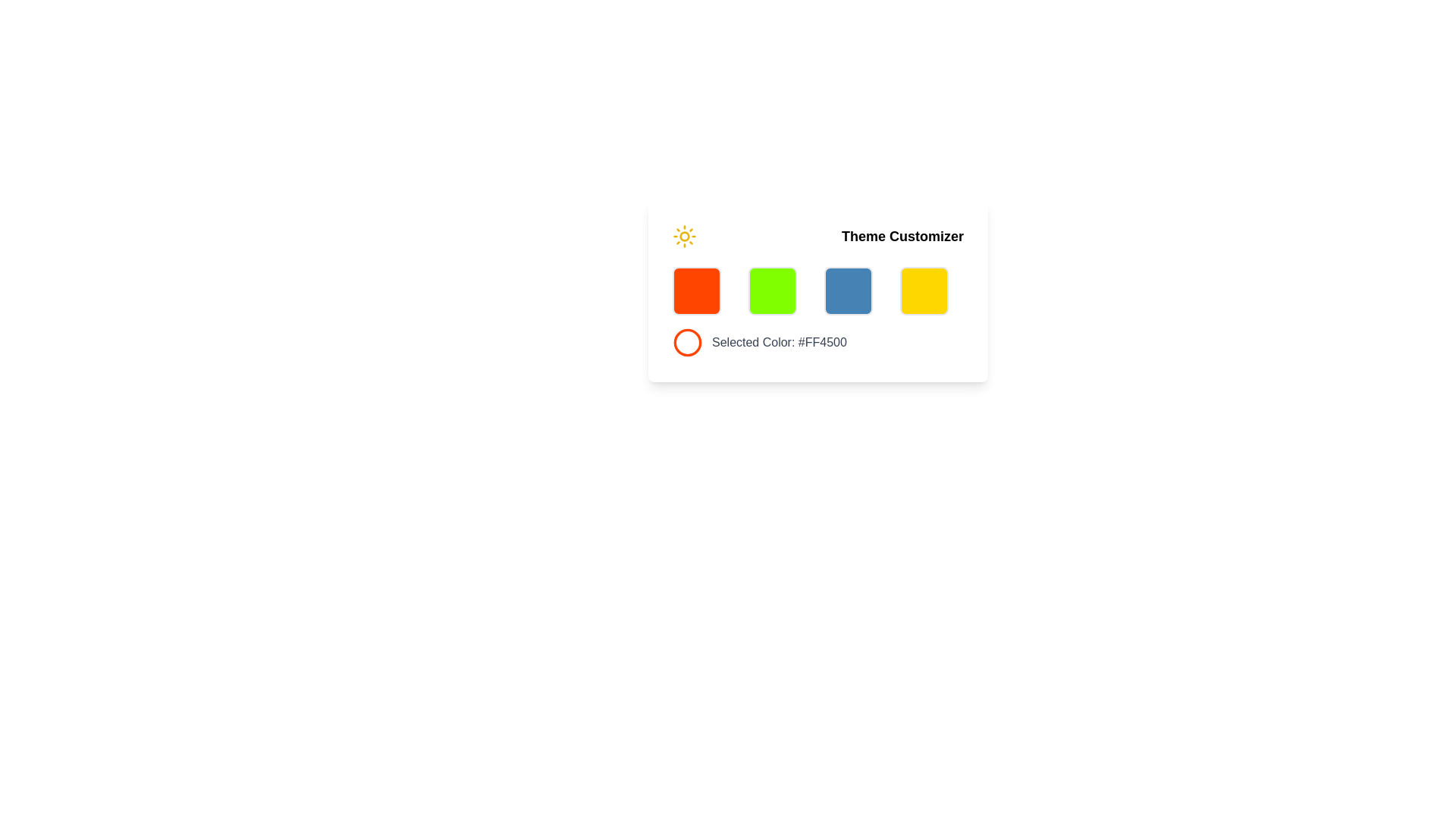 Image resolution: width=1456 pixels, height=819 pixels. Describe the element at coordinates (772, 291) in the screenshot. I see `the vibrant lime green square button with rounded corners, which is the second button` at that location.